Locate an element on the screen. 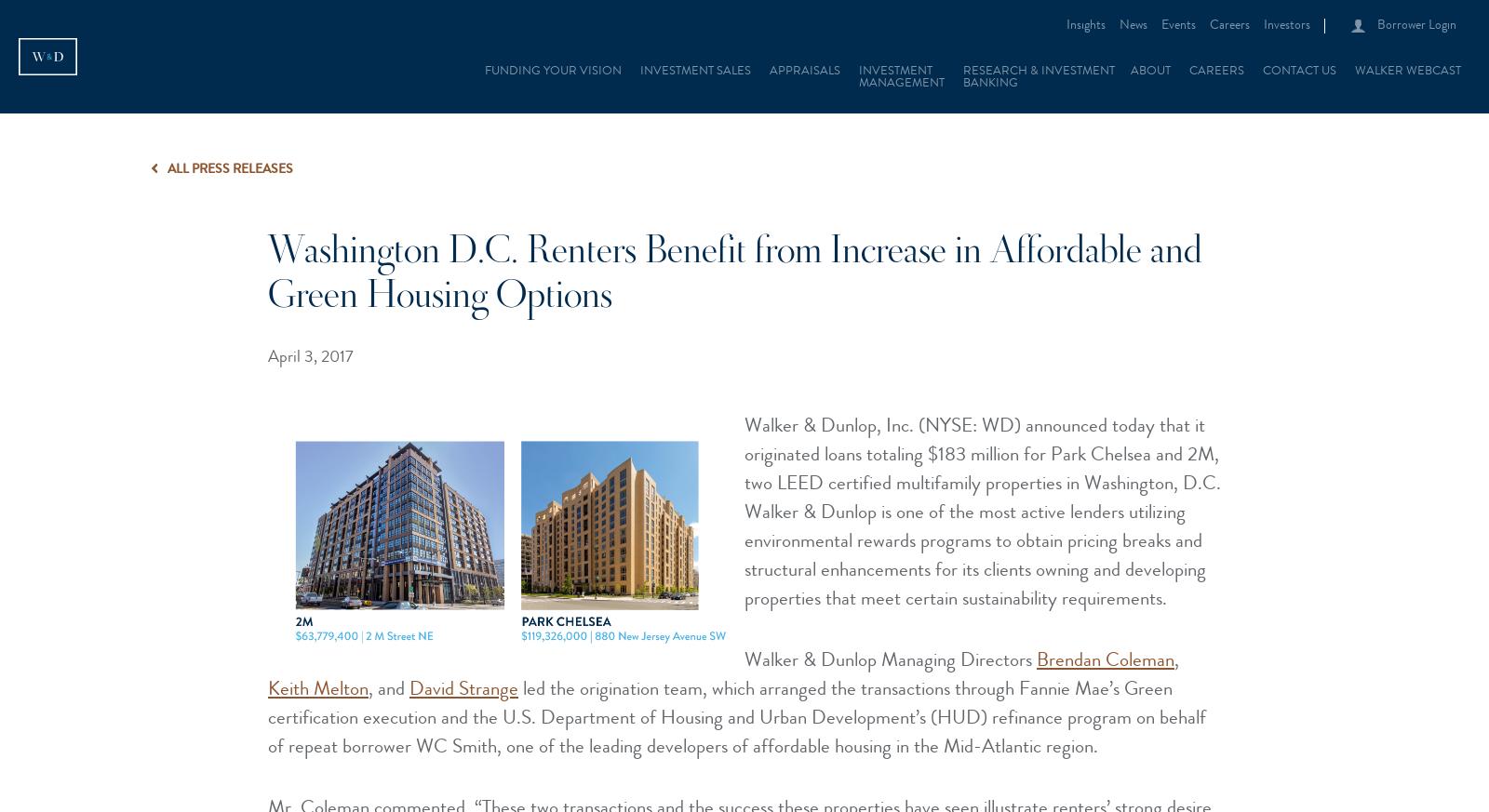  'Insights' is located at coordinates (1086, 25).